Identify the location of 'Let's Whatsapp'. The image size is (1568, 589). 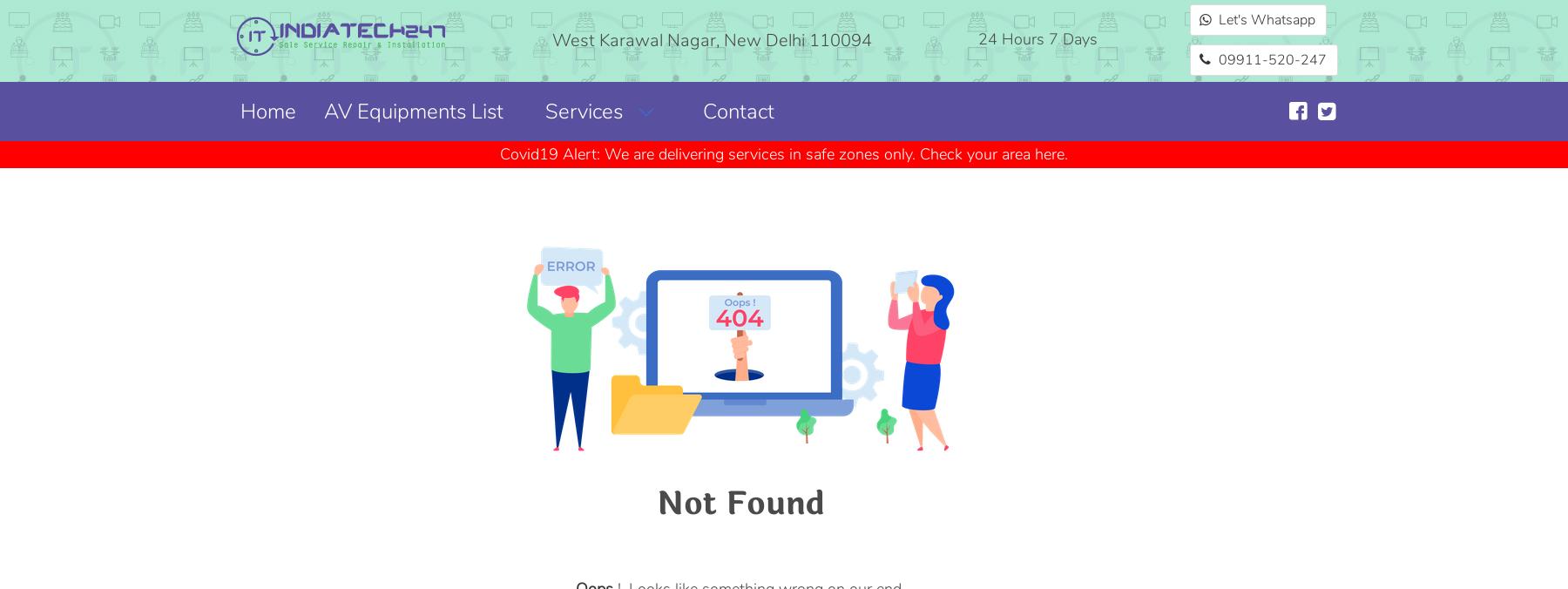
(1265, 18).